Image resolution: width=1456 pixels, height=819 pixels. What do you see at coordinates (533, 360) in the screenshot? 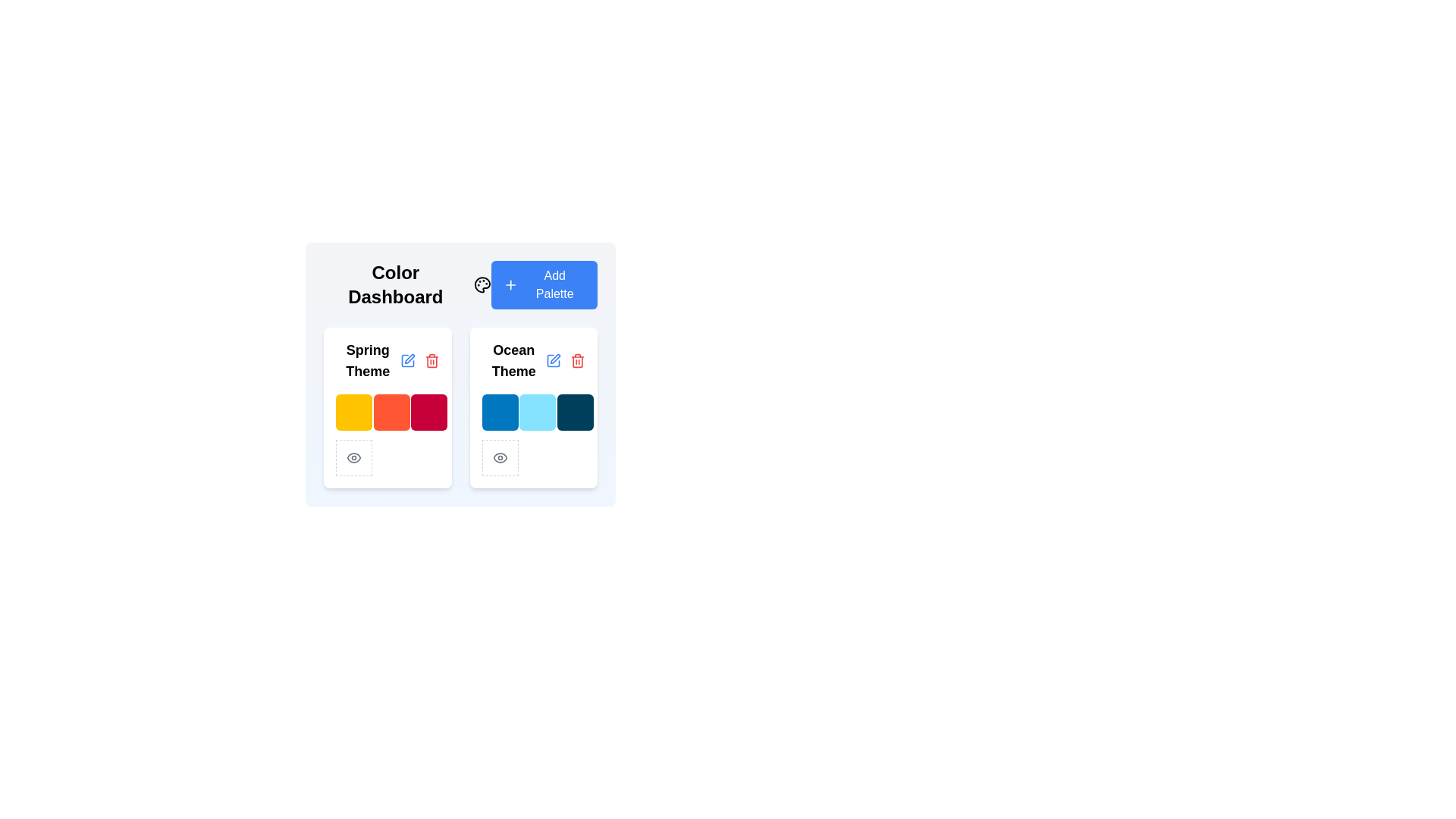
I see `the text label that serves as the title for the 'Ocean Theme' color palette, located in the second card of theme palettes towards the center-right of the interface` at bounding box center [533, 360].